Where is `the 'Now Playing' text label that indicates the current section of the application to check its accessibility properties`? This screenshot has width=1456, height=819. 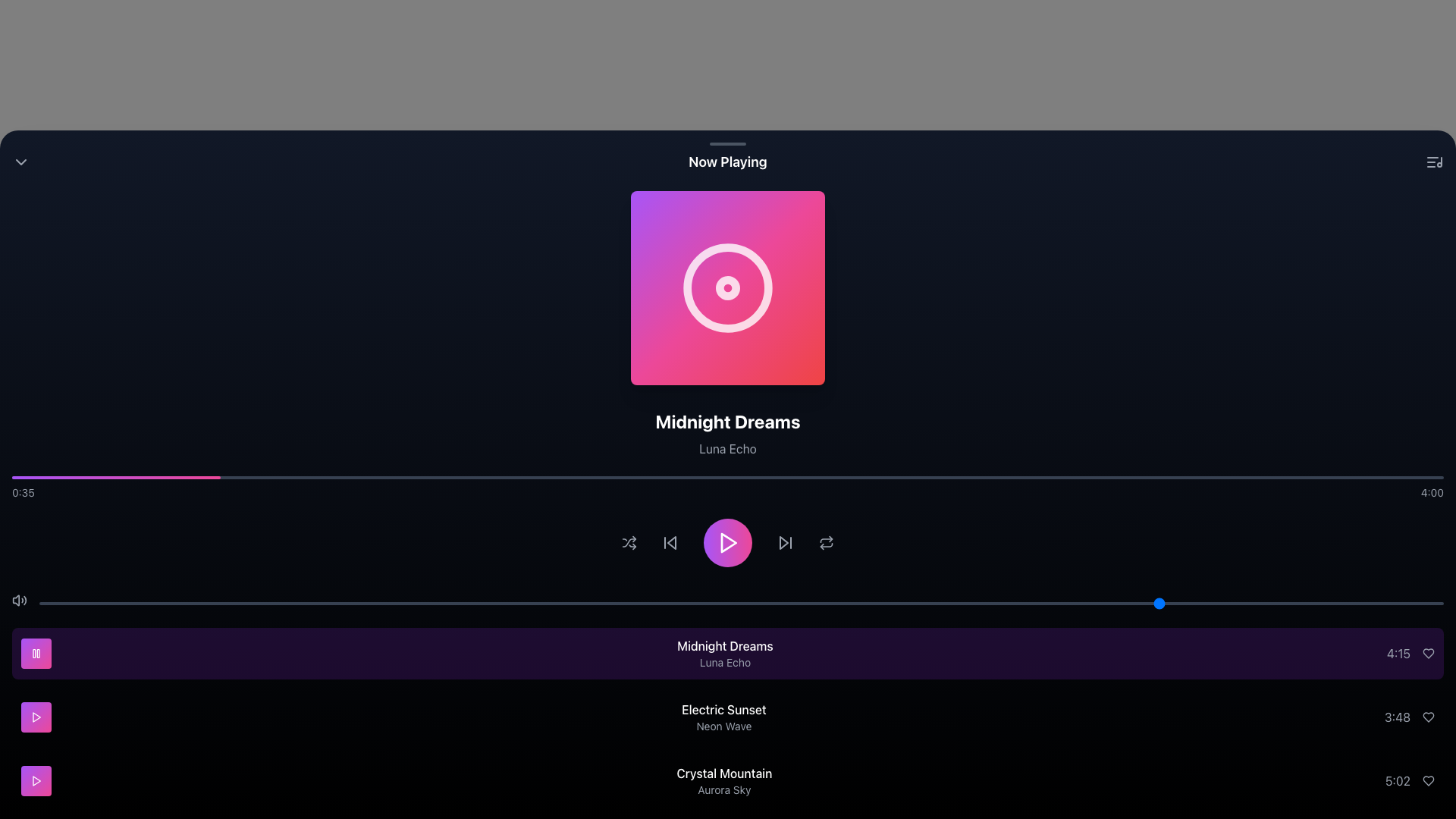
the 'Now Playing' text label that indicates the current section of the application to check its accessibility properties is located at coordinates (728, 162).